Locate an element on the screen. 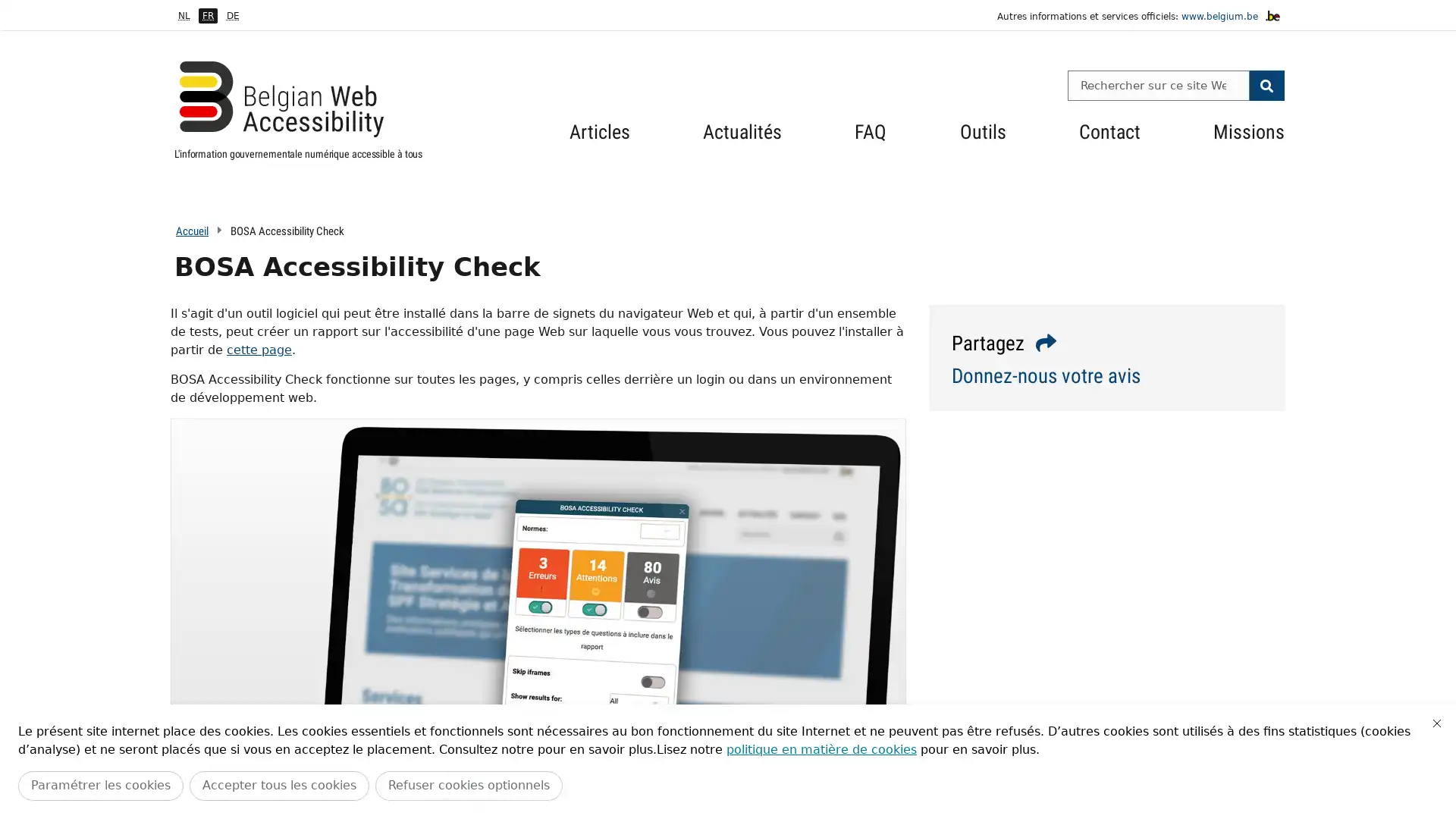 This screenshot has width=1456, height=819. Partagez is located at coordinates (1004, 338).